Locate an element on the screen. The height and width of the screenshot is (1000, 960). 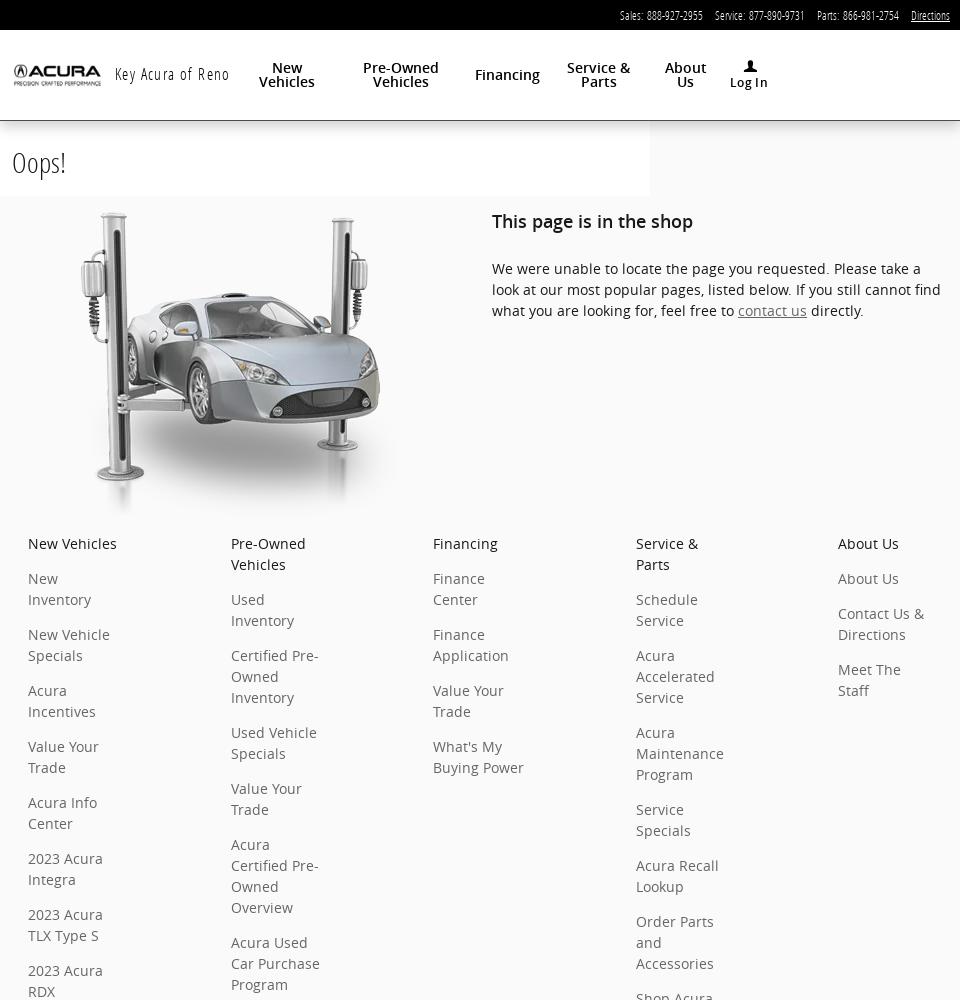
'Acura Info Center' is located at coordinates (27, 812).